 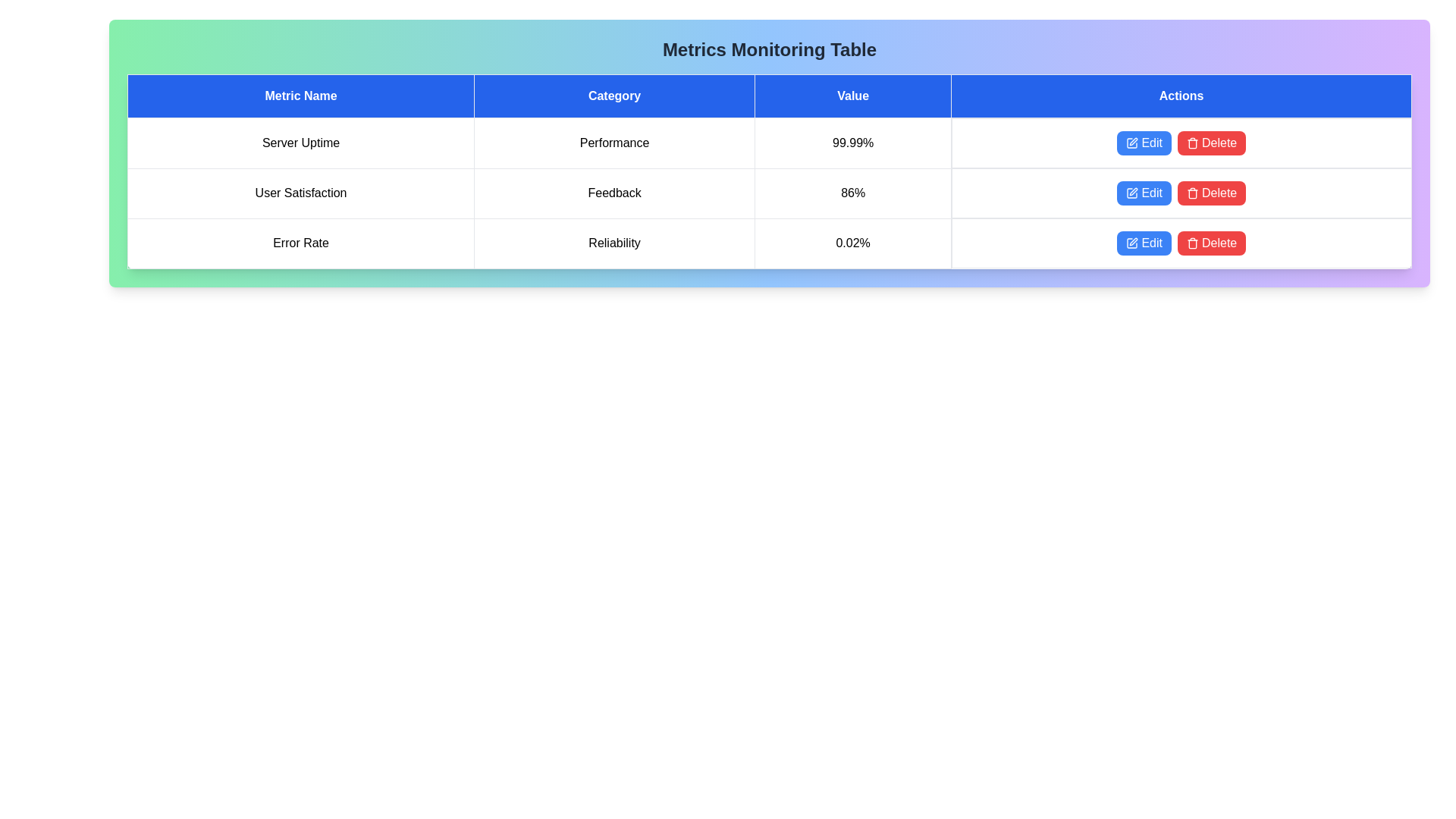 I want to click on the 'Edit' button for the metric Server Uptime, so click(x=1144, y=143).